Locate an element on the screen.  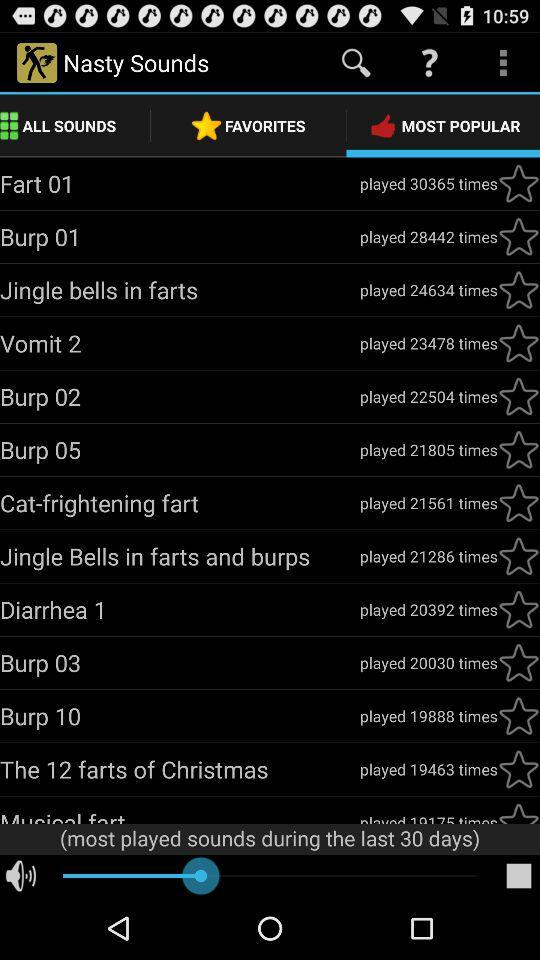
the cat-frightening fart app is located at coordinates (179, 502).